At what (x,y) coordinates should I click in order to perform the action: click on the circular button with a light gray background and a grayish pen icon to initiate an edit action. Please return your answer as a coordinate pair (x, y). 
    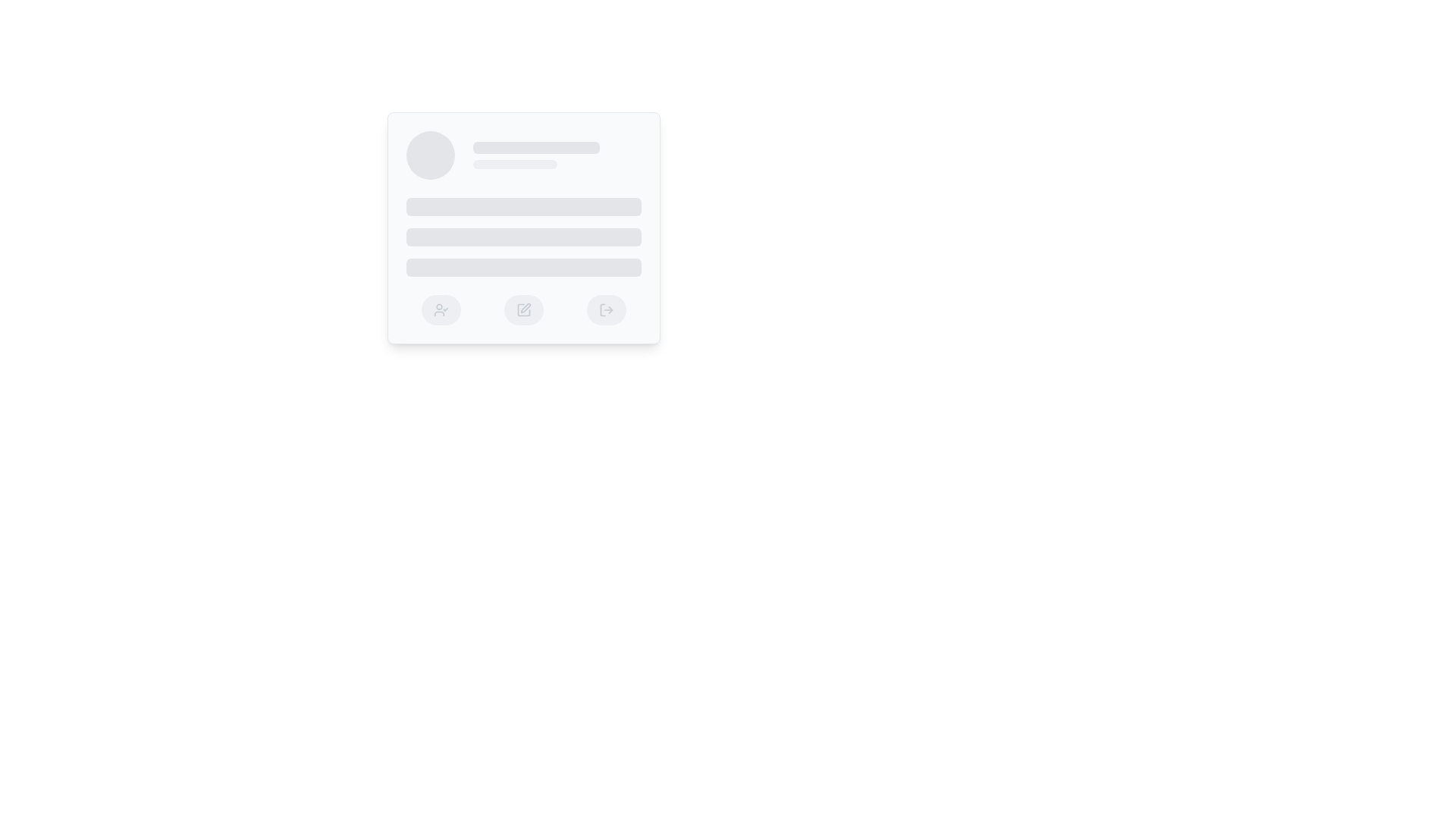
    Looking at the image, I should click on (524, 309).